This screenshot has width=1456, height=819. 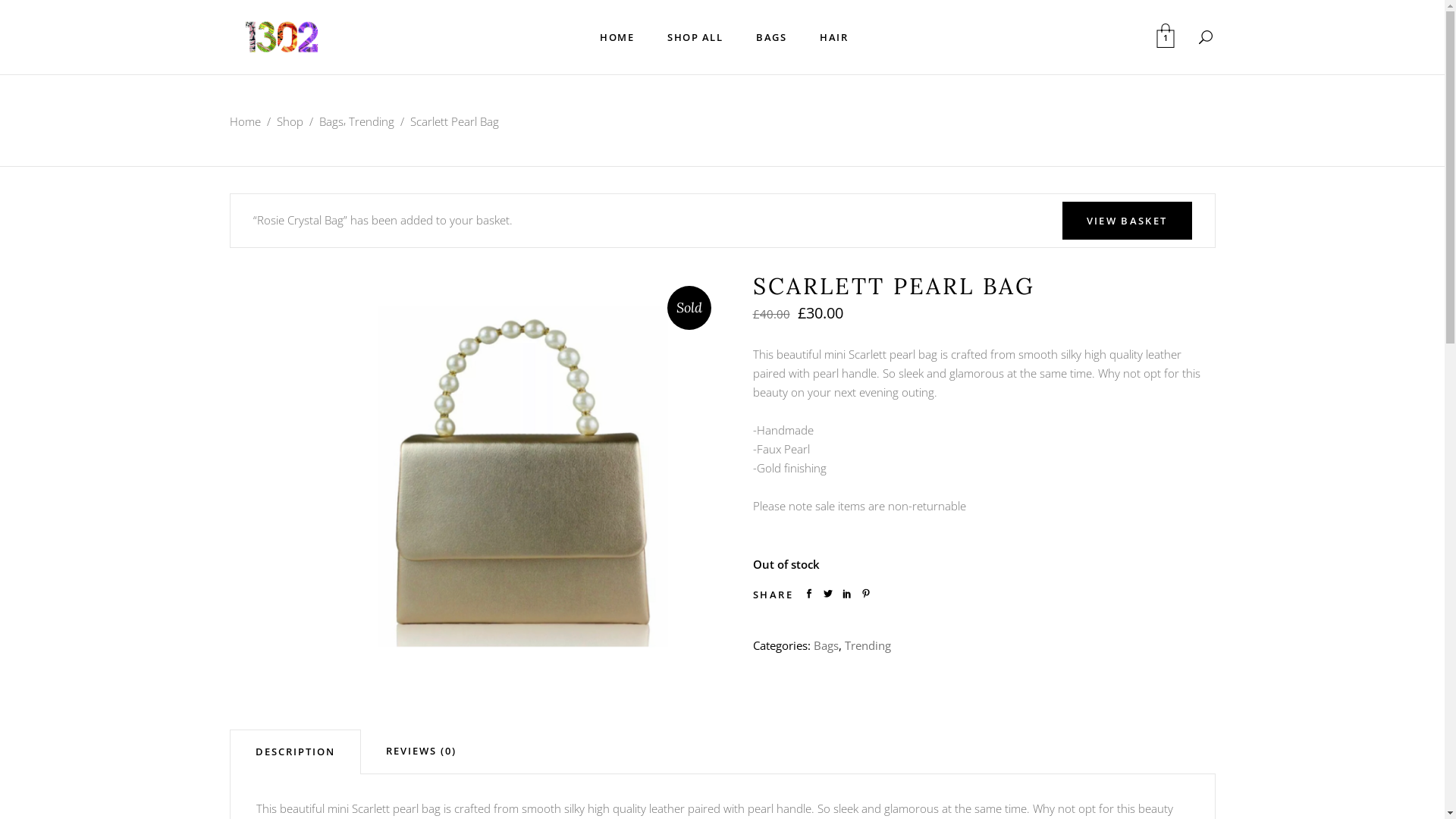 I want to click on '1302 LONDON BAG', so click(x=327, y=470).